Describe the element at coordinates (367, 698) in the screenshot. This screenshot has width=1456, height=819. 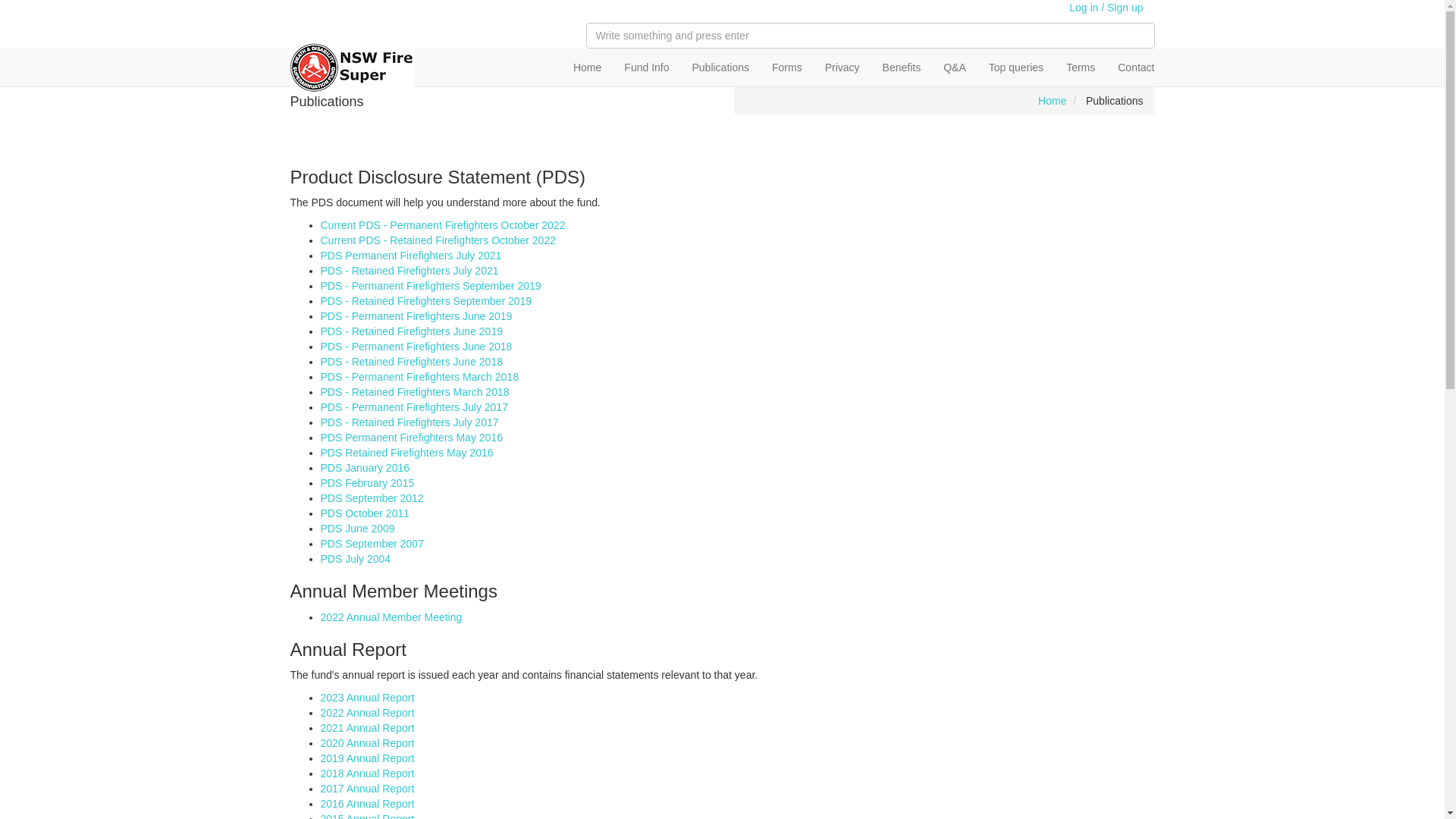
I see `'2023 Annual Report'` at that location.